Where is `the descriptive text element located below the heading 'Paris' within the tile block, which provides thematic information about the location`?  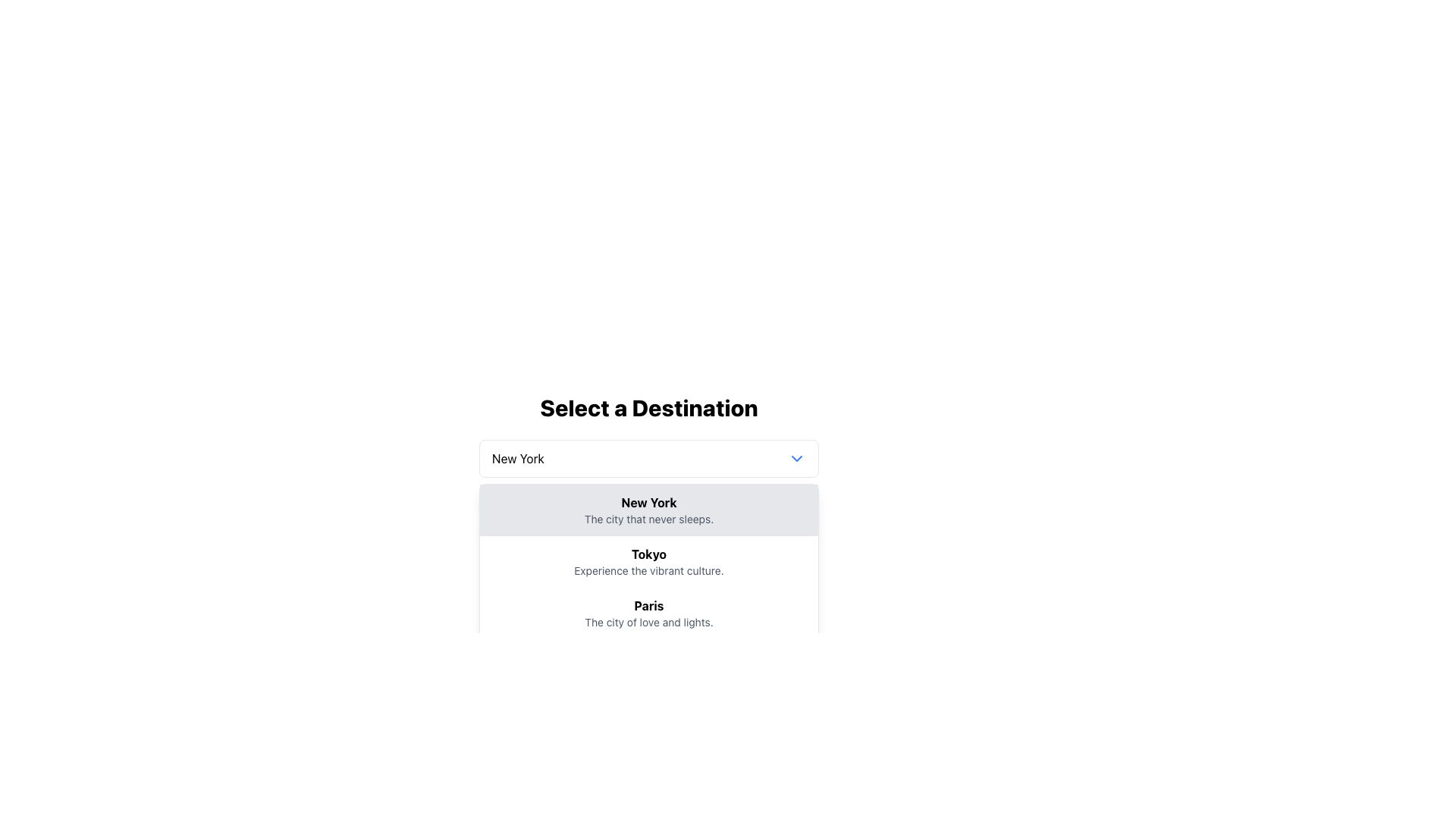
the descriptive text element located below the heading 'Paris' within the tile block, which provides thematic information about the location is located at coordinates (648, 623).